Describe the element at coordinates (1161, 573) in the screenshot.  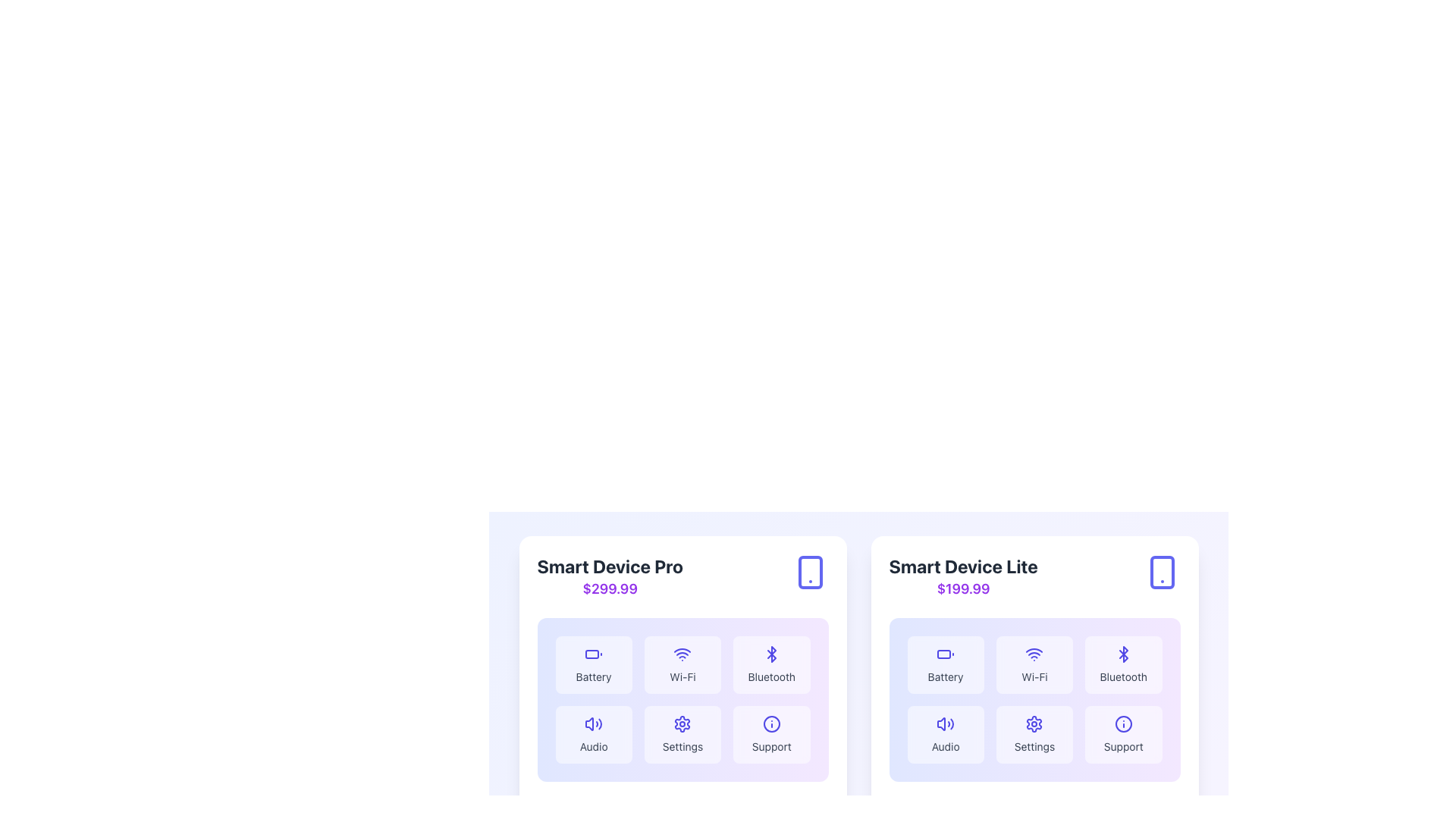
I see `the graphical icon part located in the top-right section of the card labeled 'Smart Device Lite', which is part of an SVG icon representing a smartphone` at that location.